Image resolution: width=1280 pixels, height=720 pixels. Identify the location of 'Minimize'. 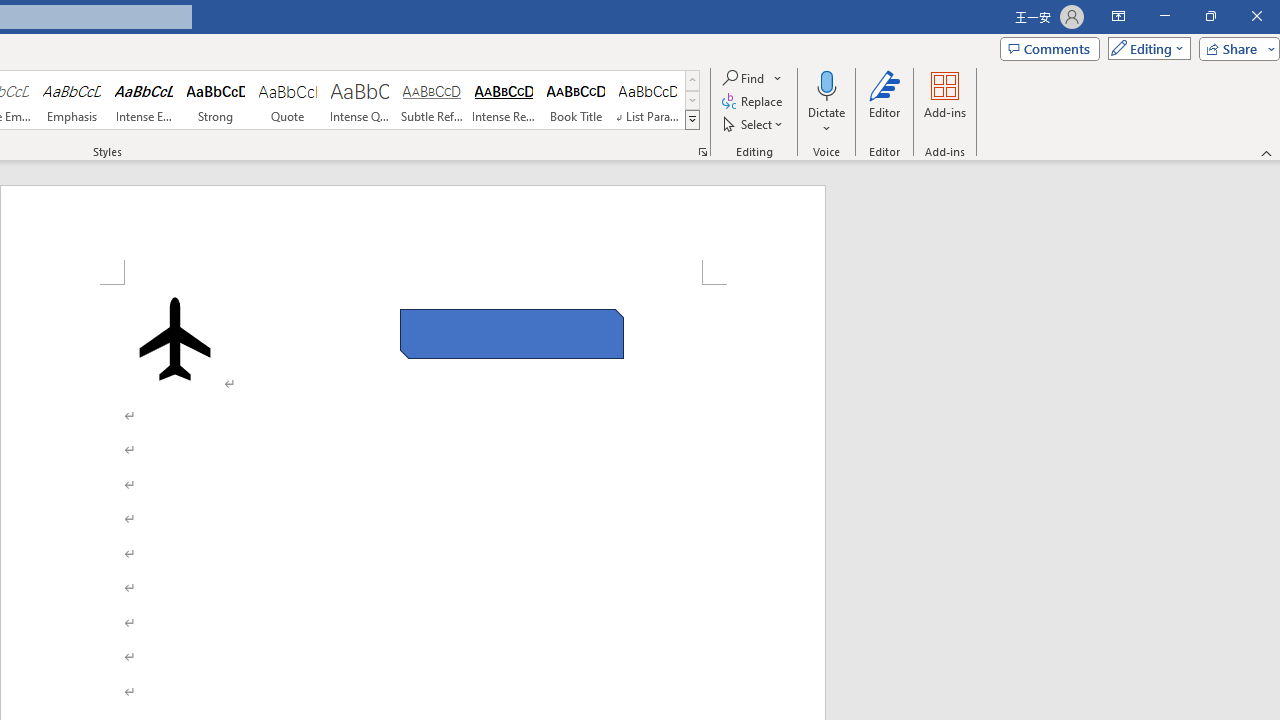
(1164, 16).